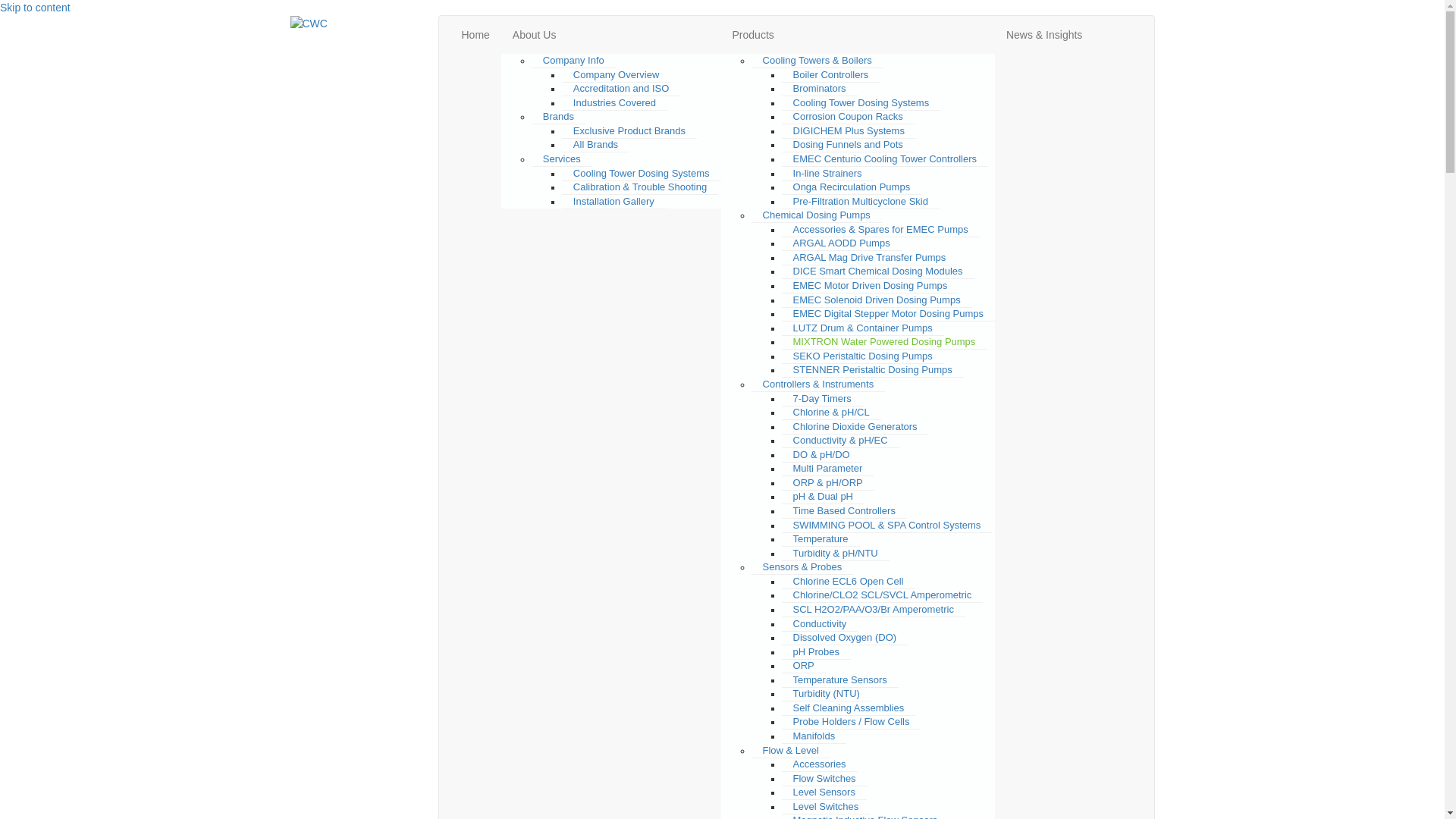  What do you see at coordinates (887, 525) in the screenshot?
I see `'SWIMMING POOL & SPA Control Systems'` at bounding box center [887, 525].